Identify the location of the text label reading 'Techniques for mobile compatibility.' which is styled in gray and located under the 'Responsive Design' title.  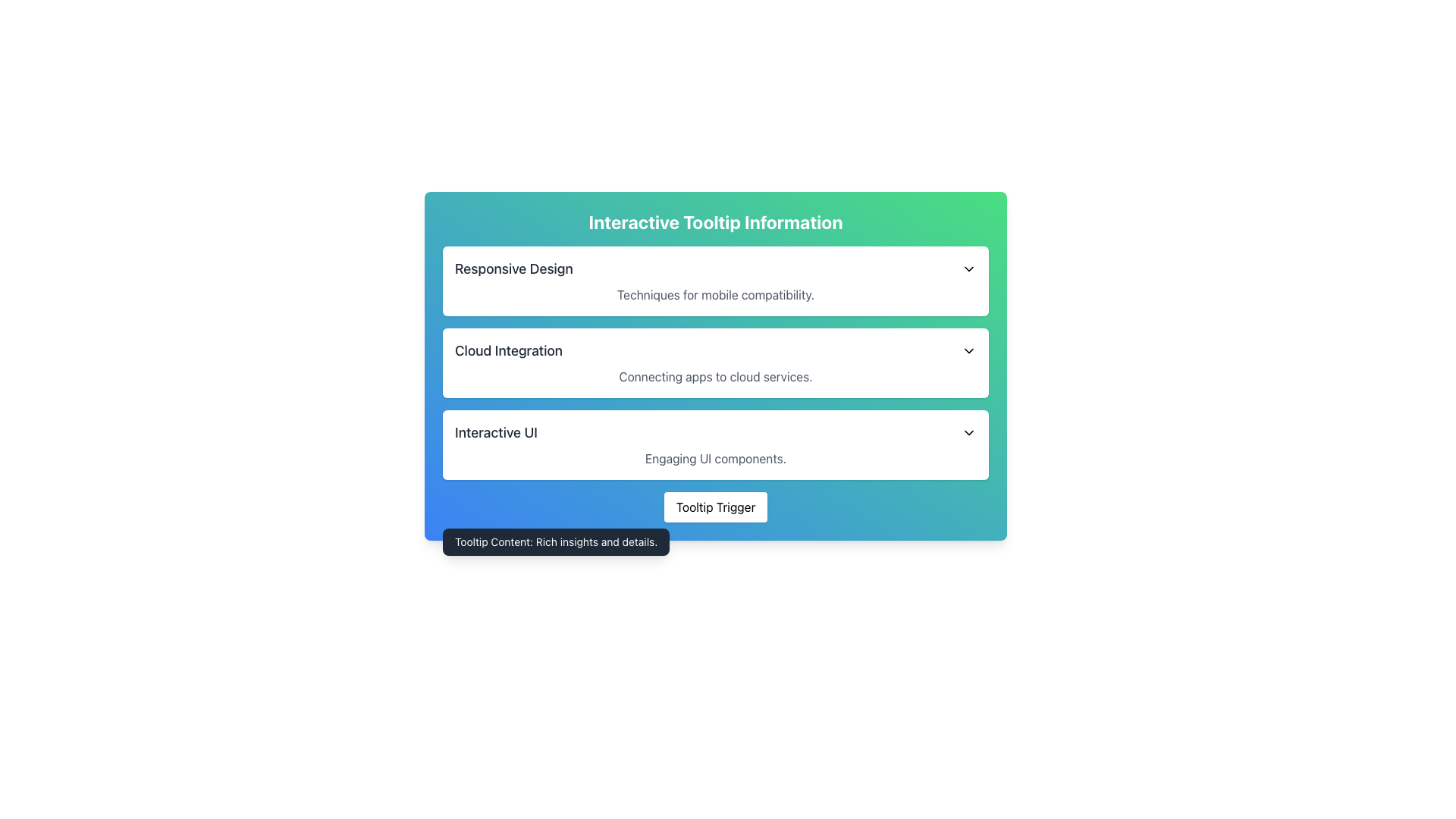
(715, 295).